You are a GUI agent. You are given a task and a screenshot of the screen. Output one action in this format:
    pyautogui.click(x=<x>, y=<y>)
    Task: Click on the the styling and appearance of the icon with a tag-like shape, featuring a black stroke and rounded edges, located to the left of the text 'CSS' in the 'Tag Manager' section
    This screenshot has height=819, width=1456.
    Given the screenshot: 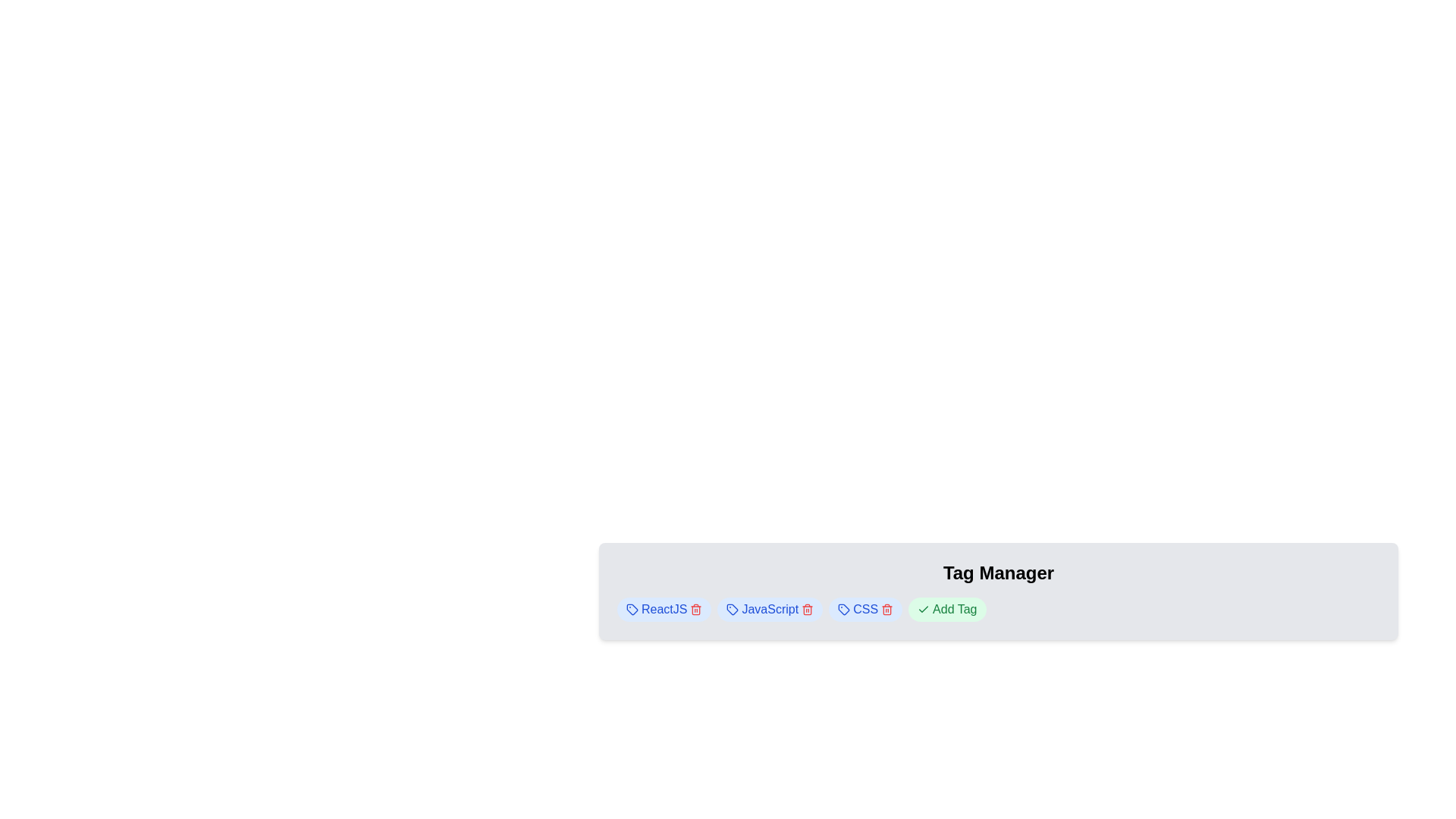 What is the action you would take?
    pyautogui.click(x=843, y=608)
    